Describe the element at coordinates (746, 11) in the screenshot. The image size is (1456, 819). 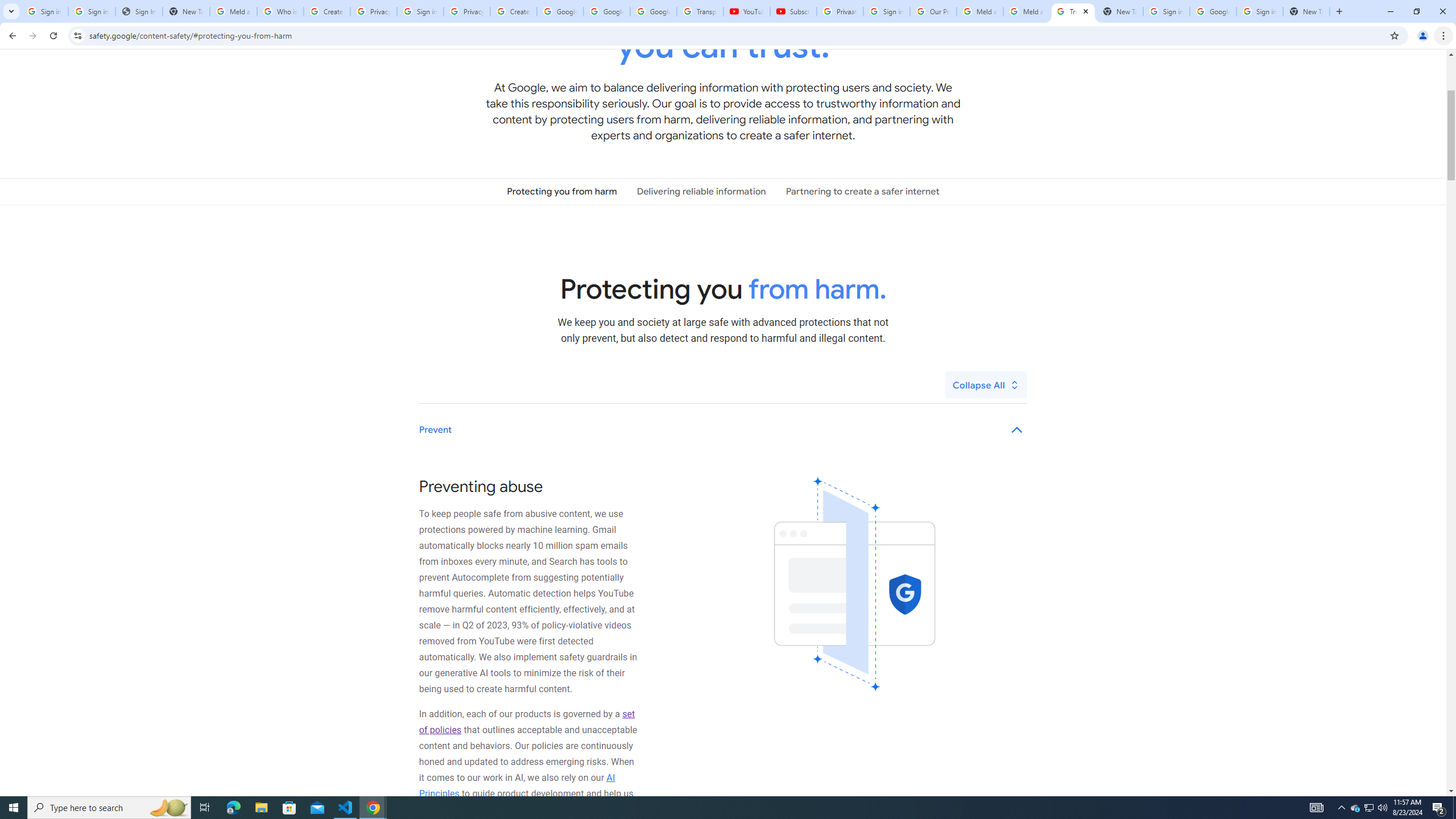
I see `'YouTube'` at that location.